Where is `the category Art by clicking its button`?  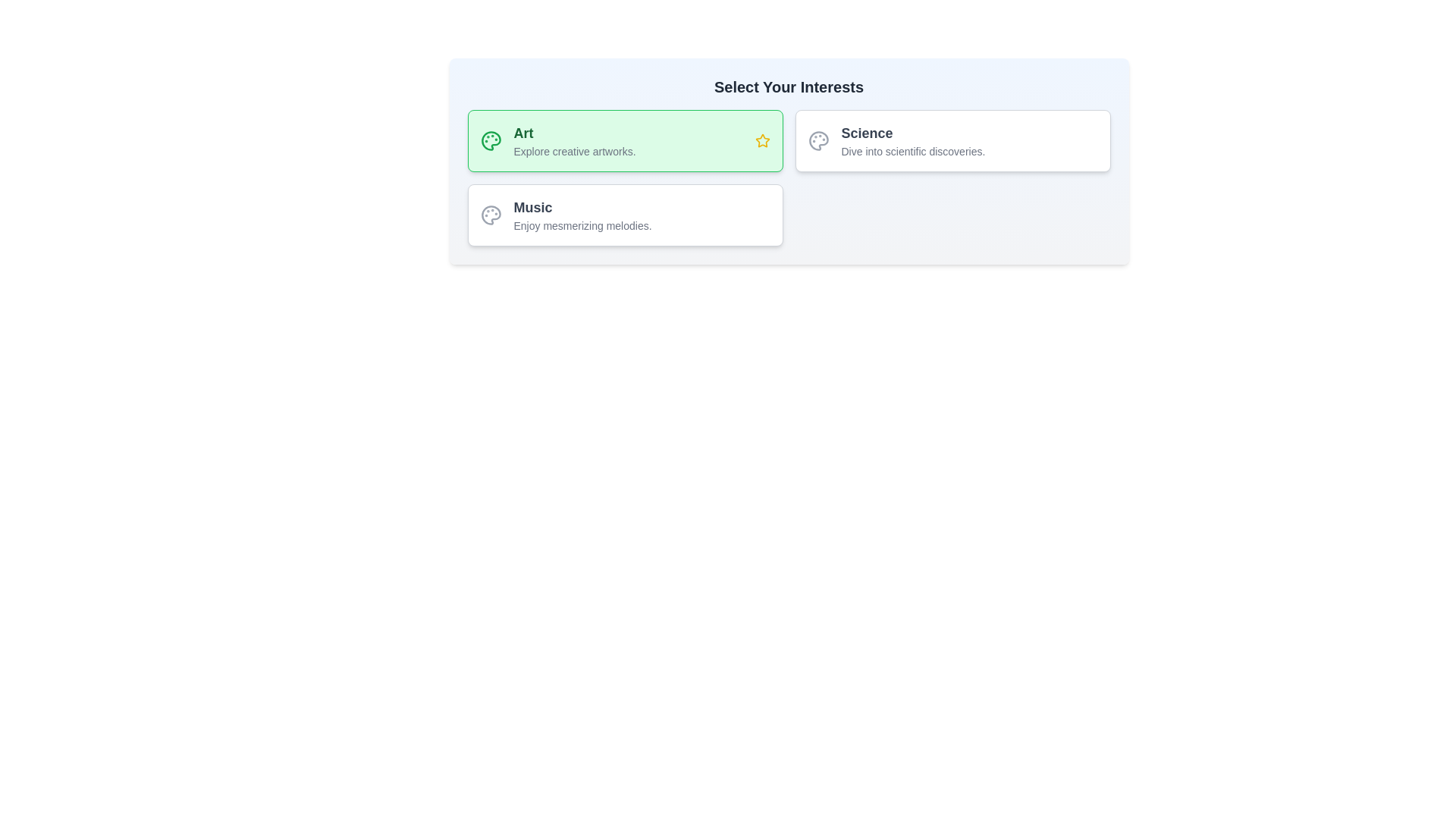
the category Art by clicking its button is located at coordinates (625, 140).